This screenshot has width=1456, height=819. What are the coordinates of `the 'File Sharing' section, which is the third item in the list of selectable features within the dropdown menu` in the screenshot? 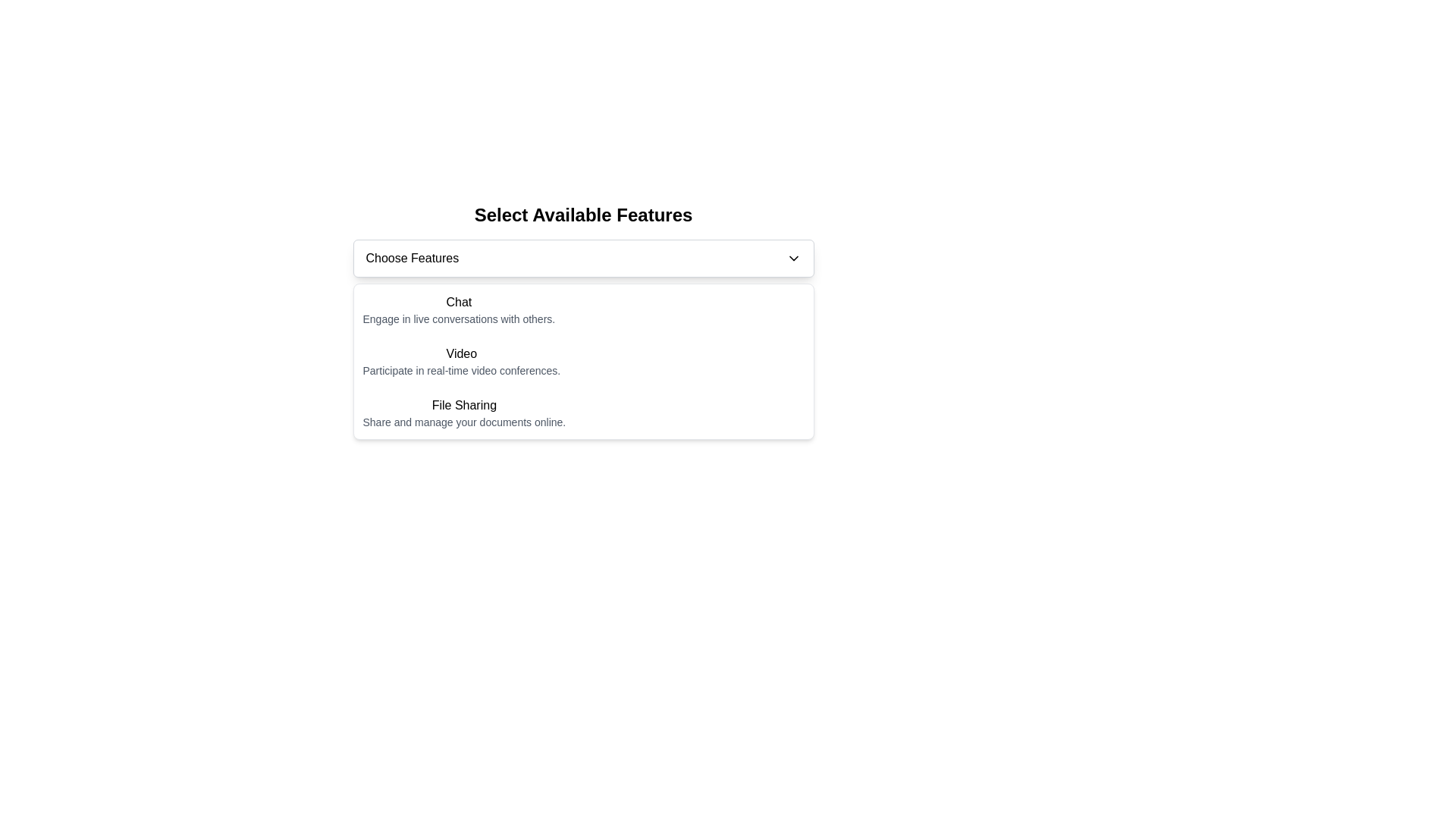 It's located at (582, 413).